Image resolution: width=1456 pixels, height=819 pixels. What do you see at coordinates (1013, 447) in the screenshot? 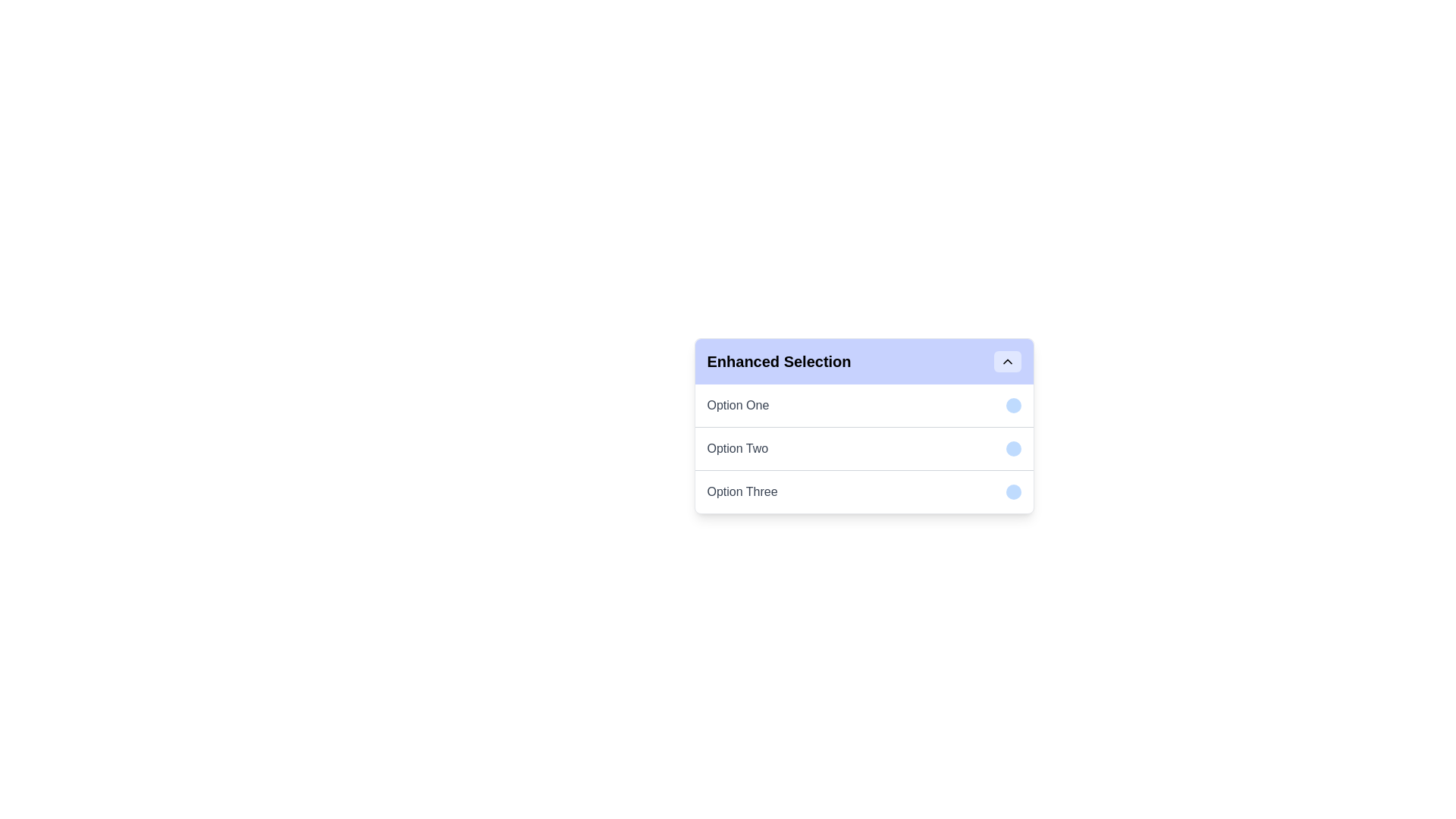
I see `the second indicator associated with 'Option Two' in the selection list to trigger changes in other parts of the row` at bounding box center [1013, 447].